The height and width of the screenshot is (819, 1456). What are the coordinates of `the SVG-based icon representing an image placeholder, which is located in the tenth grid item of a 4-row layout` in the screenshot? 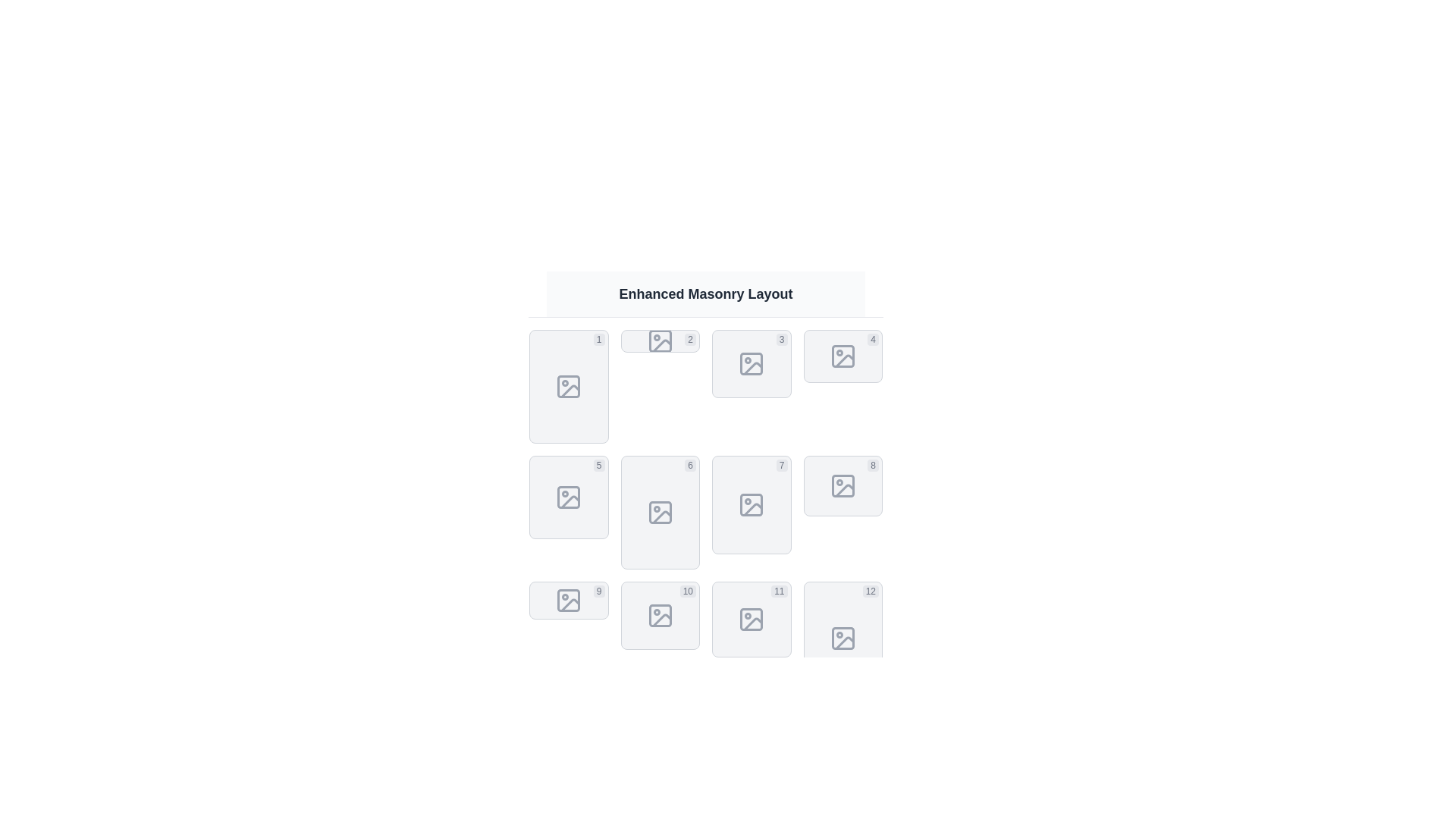 It's located at (660, 616).